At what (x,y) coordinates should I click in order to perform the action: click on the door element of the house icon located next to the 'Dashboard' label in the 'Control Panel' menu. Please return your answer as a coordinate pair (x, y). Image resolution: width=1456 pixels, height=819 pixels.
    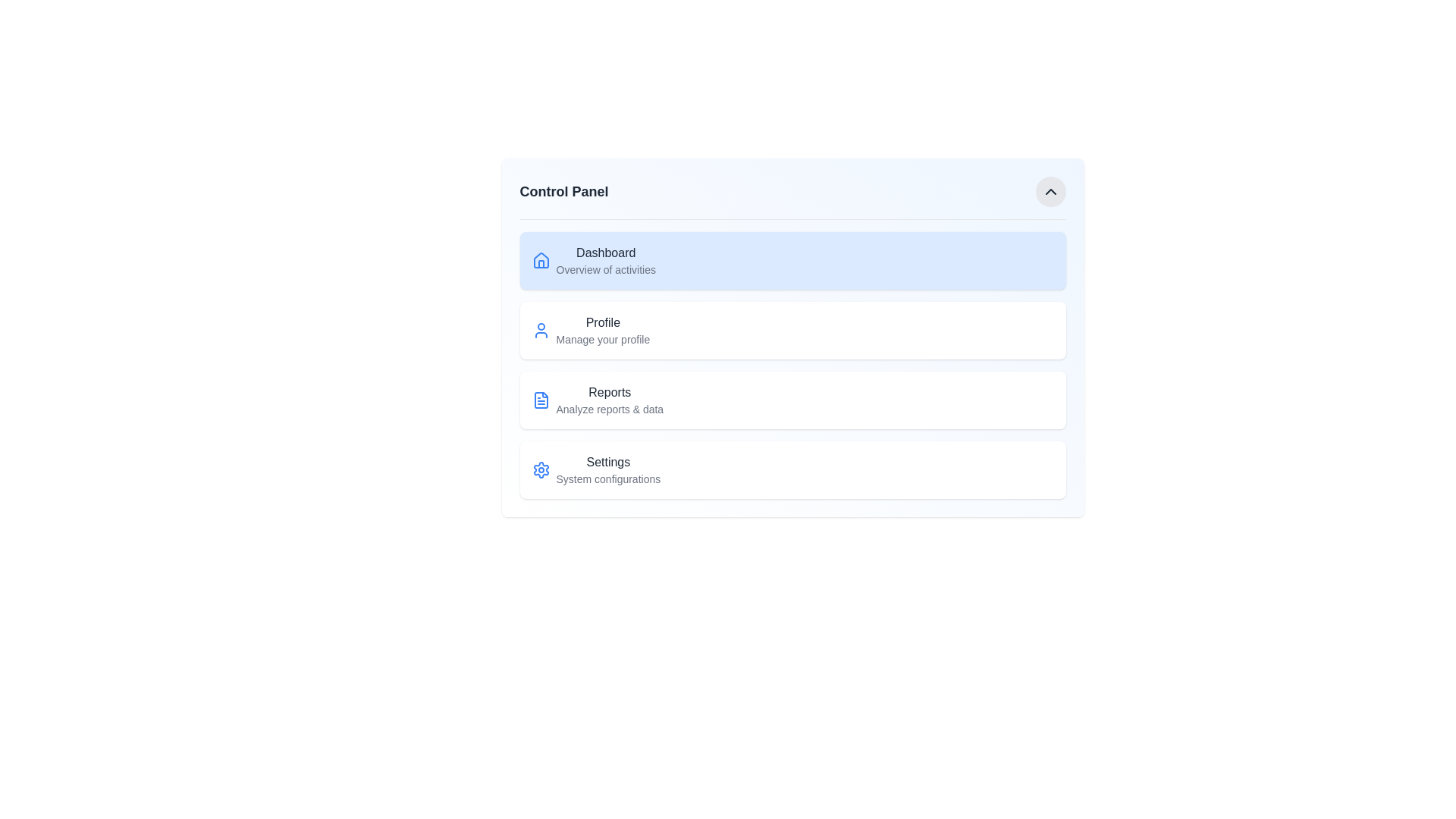
    Looking at the image, I should click on (541, 263).